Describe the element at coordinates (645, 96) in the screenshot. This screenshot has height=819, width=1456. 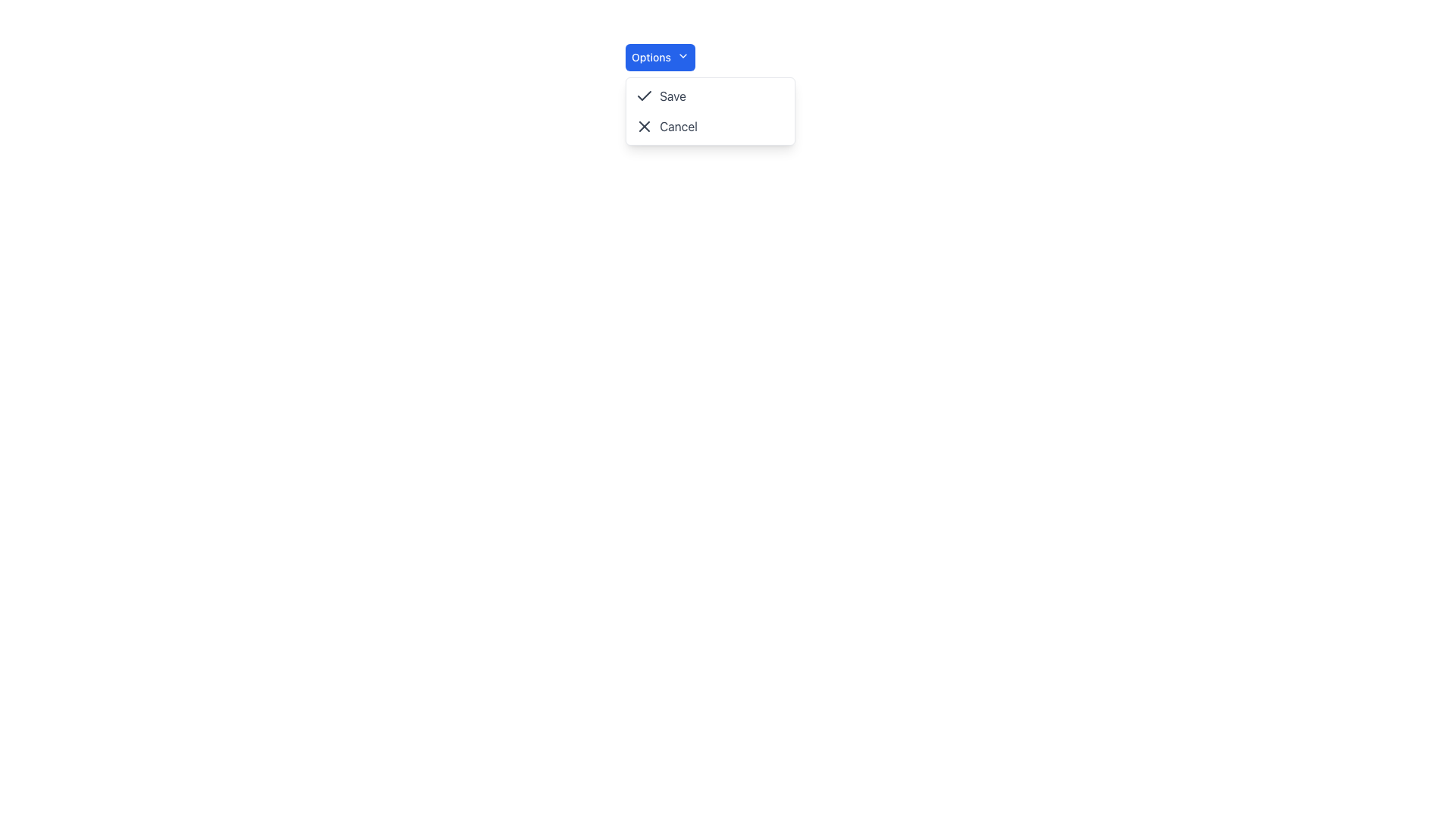
I see `check mark icon located to the left of the 'Save' text within the 'Save' button at the top of the dropdown menu` at that location.